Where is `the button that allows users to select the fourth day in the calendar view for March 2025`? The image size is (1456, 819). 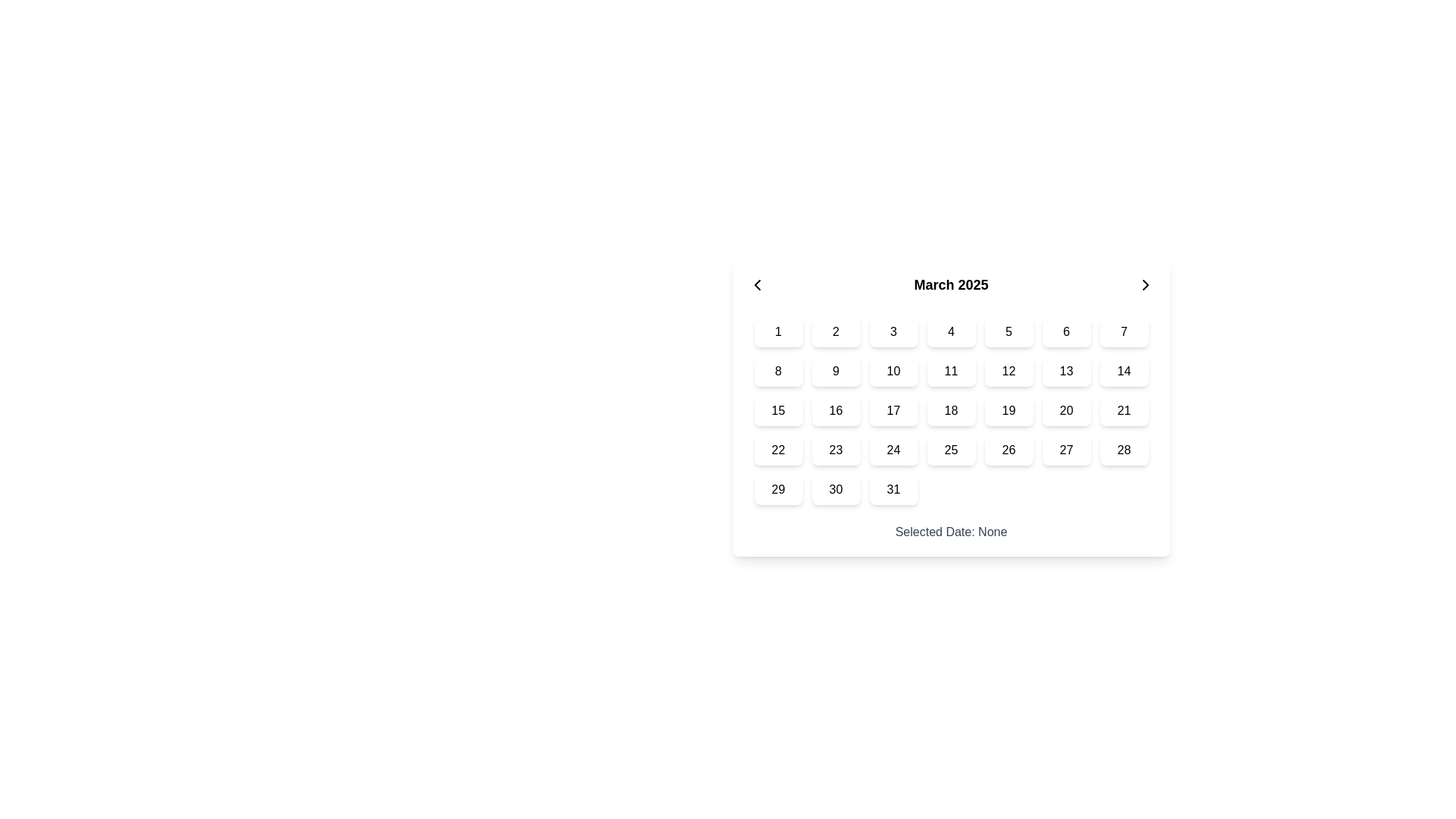 the button that allows users to select the fourth day in the calendar view for March 2025 is located at coordinates (950, 331).